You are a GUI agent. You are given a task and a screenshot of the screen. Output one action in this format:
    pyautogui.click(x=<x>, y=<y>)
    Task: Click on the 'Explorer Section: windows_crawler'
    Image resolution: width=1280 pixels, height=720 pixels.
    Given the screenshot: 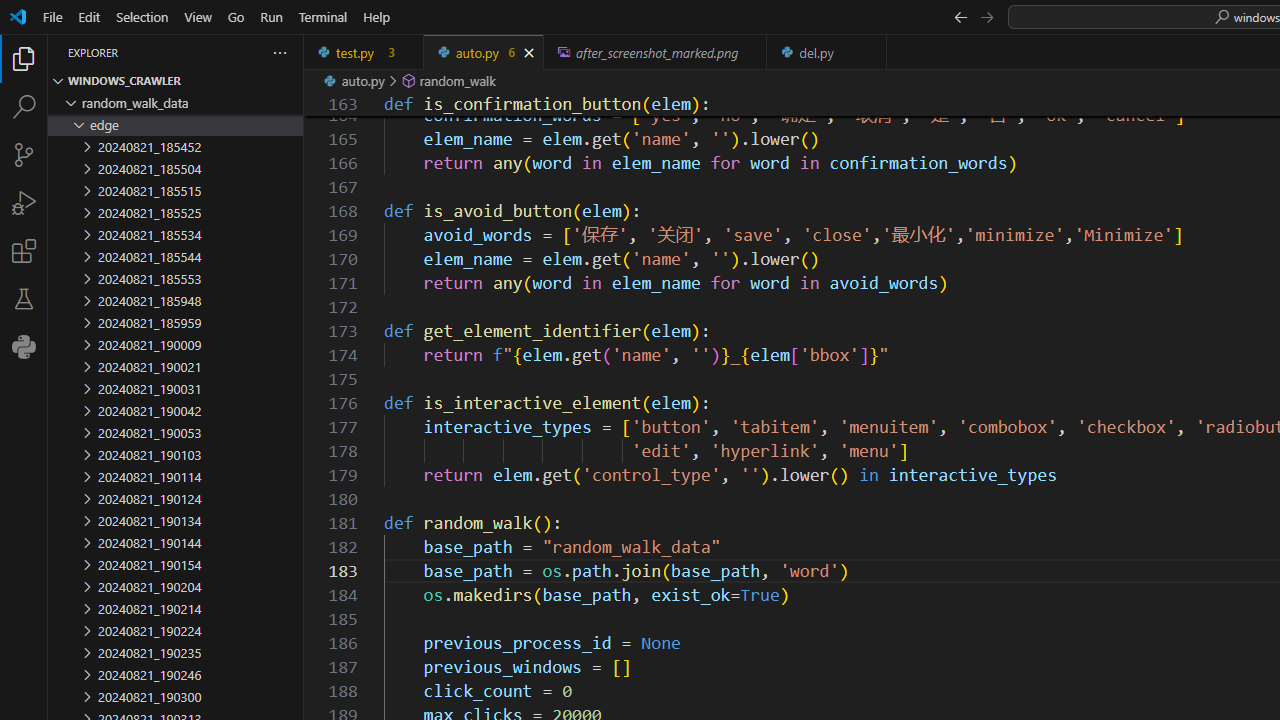 What is the action you would take?
    pyautogui.click(x=176, y=80)
    